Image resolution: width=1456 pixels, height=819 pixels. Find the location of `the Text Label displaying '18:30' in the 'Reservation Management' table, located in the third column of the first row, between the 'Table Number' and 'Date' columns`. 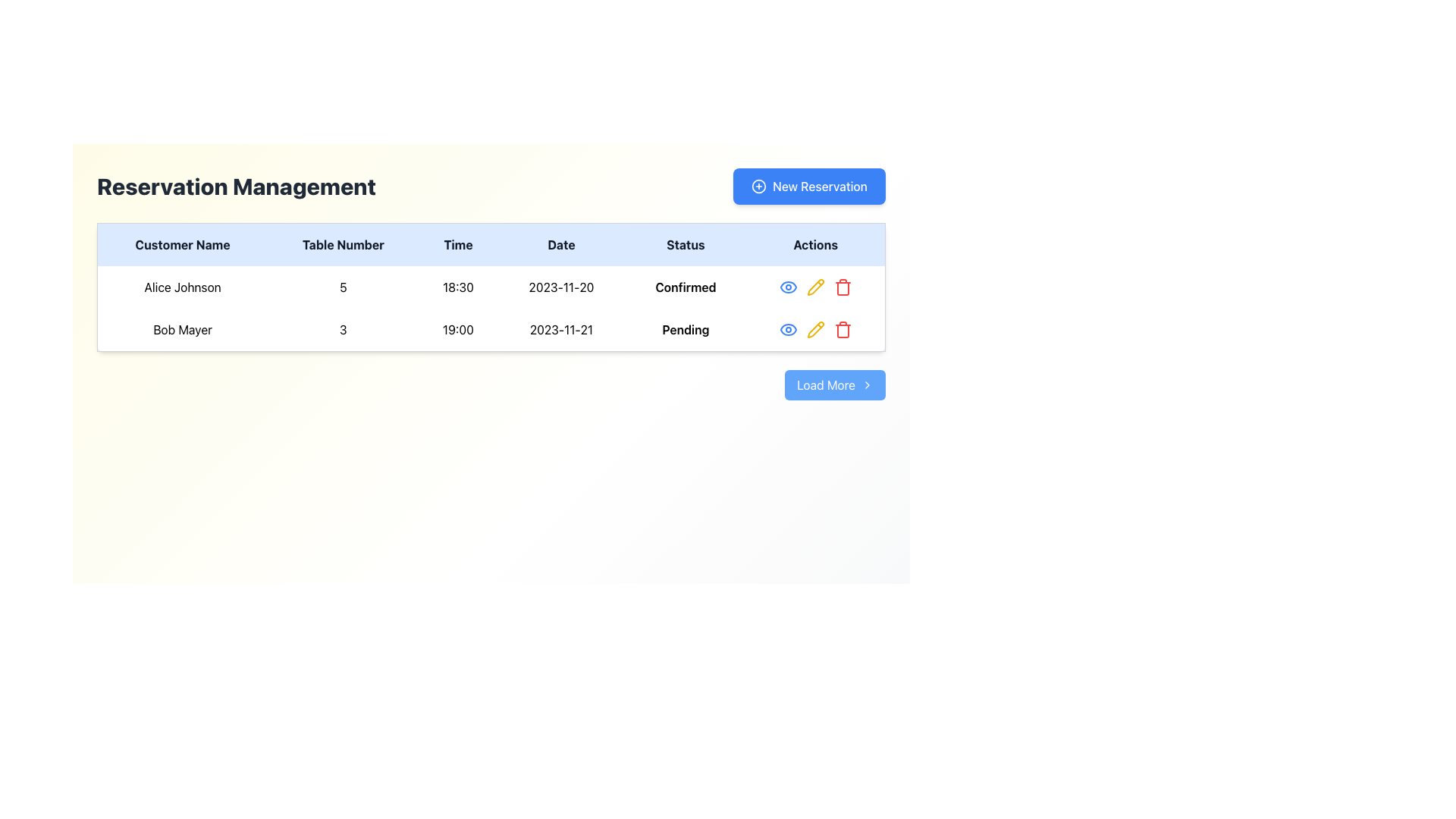

the Text Label displaying '18:30' in the 'Reservation Management' table, located in the third column of the first row, between the 'Table Number' and 'Date' columns is located at coordinates (457, 287).